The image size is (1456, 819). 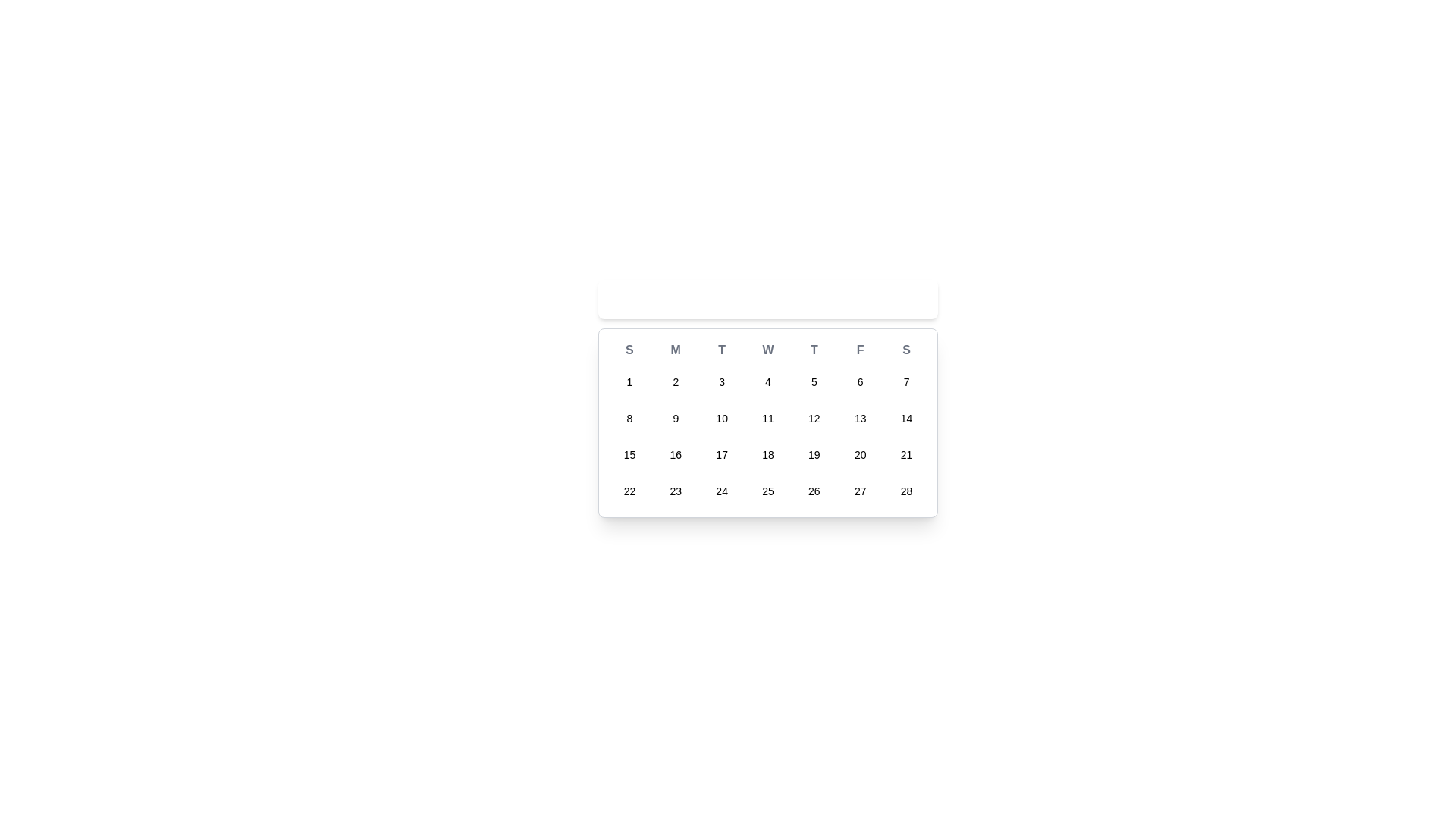 What do you see at coordinates (721, 350) in the screenshot?
I see `the bold, centered static text label displaying the letter 'T' in gray color, located in the third column of the header row of the calendar interface` at bounding box center [721, 350].